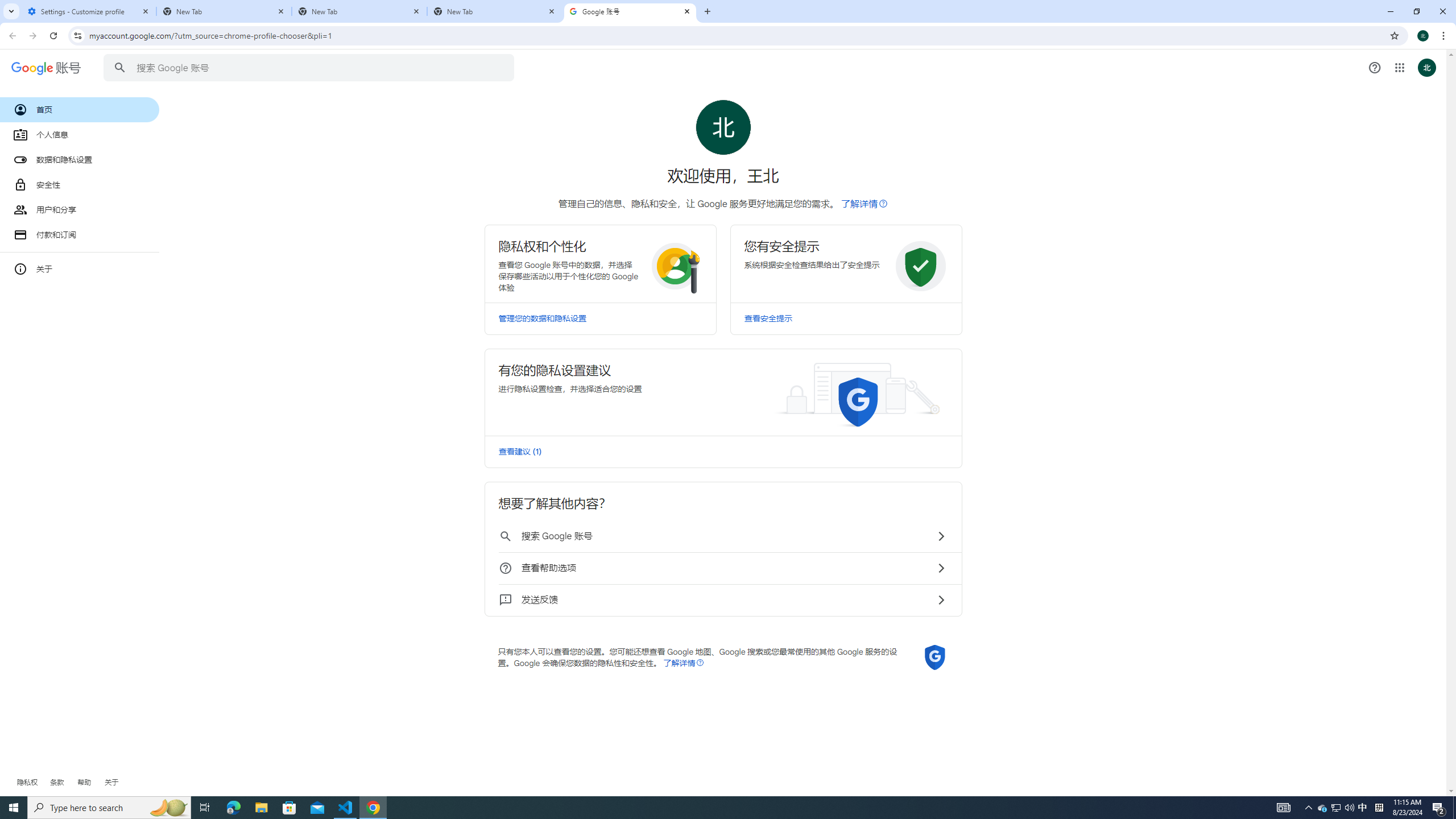 The width and height of the screenshot is (1456, 819). I want to click on 'Settings - Customize profile', so click(88, 11).